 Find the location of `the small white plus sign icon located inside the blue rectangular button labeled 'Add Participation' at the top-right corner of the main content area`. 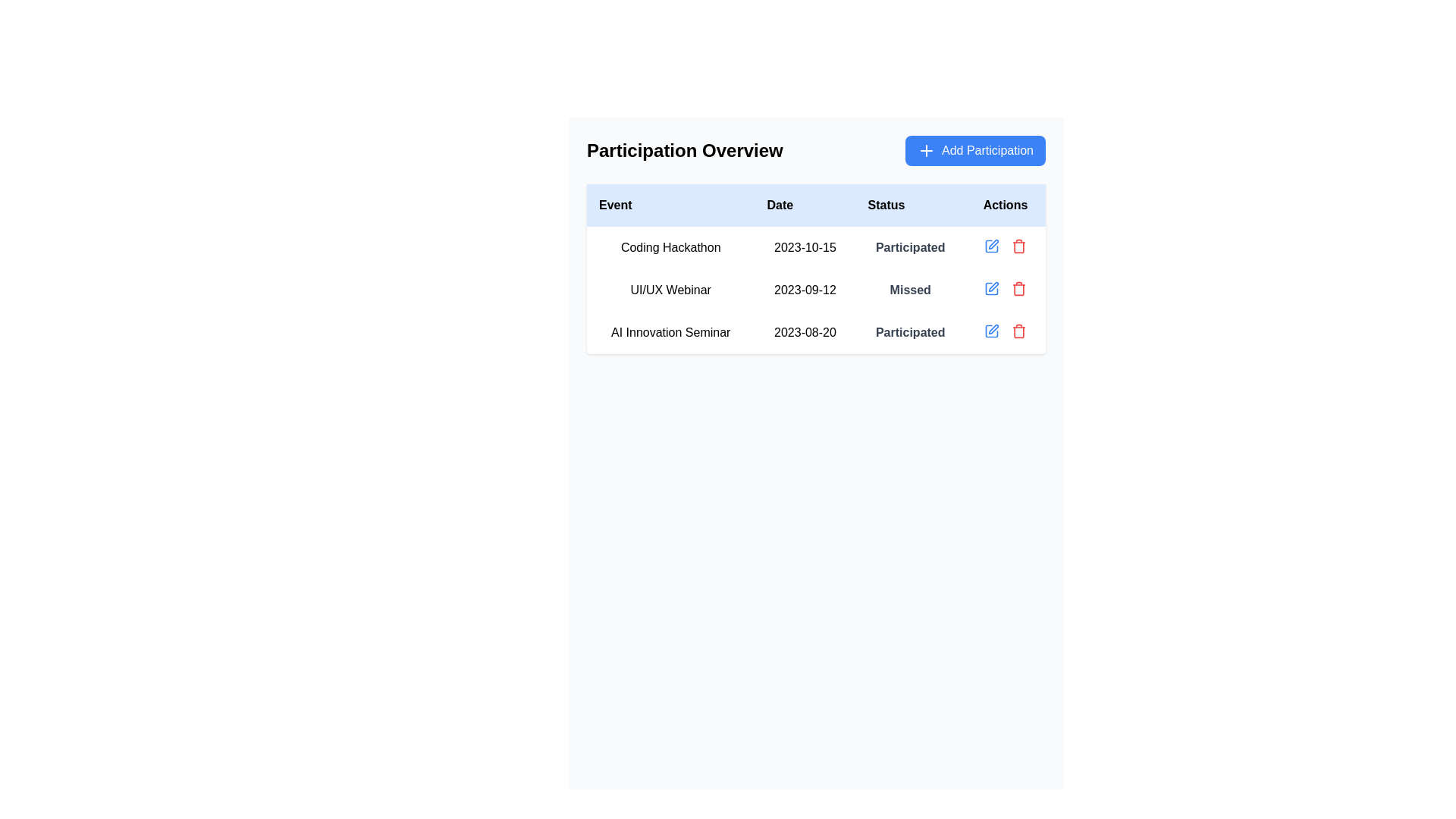

the small white plus sign icon located inside the blue rectangular button labeled 'Add Participation' at the top-right corner of the main content area is located at coordinates (926, 151).